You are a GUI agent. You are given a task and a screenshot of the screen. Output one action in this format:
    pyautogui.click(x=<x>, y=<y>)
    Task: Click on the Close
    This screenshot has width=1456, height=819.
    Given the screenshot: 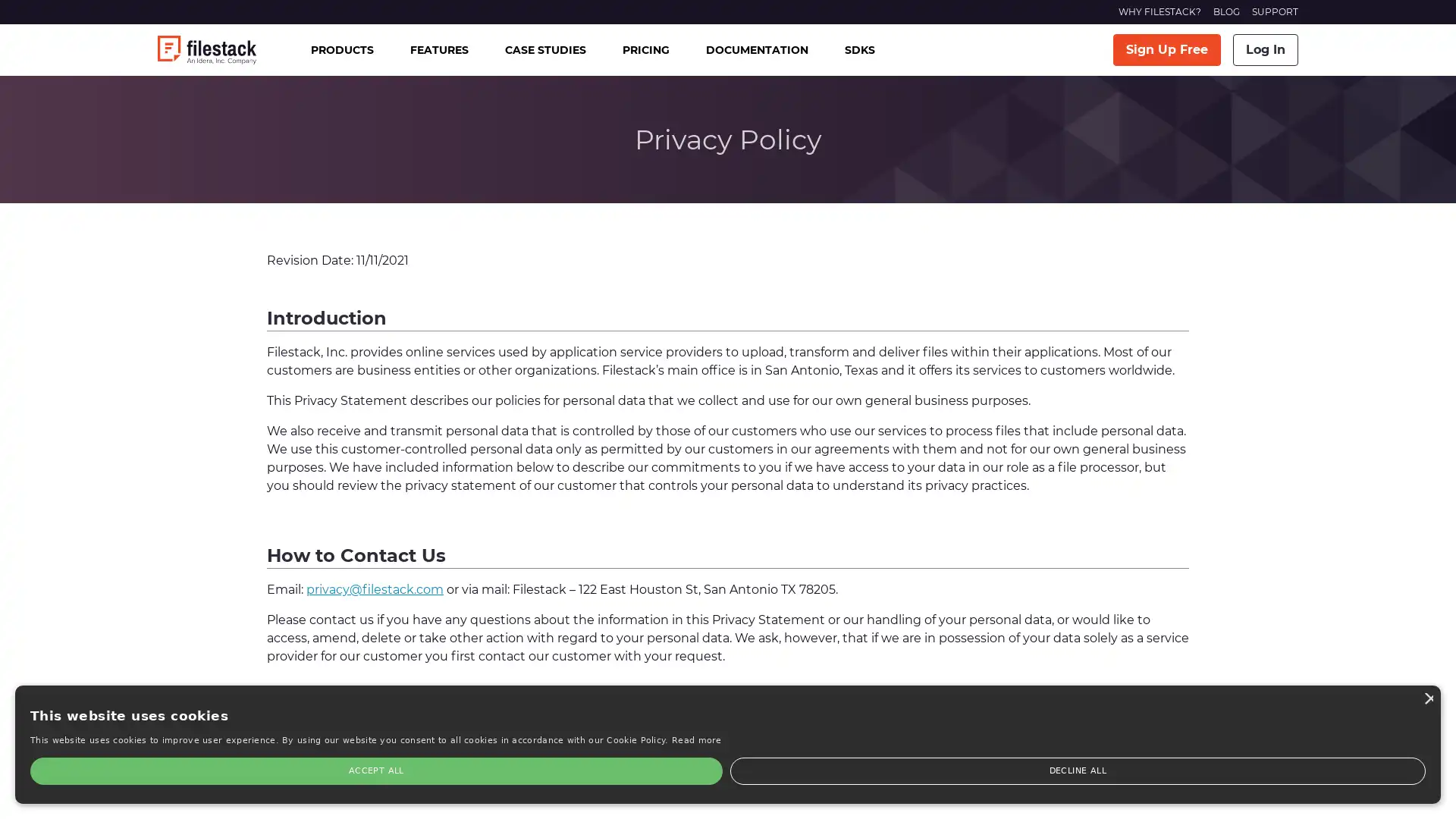 What is the action you would take?
    pyautogui.click(x=228, y=636)
    